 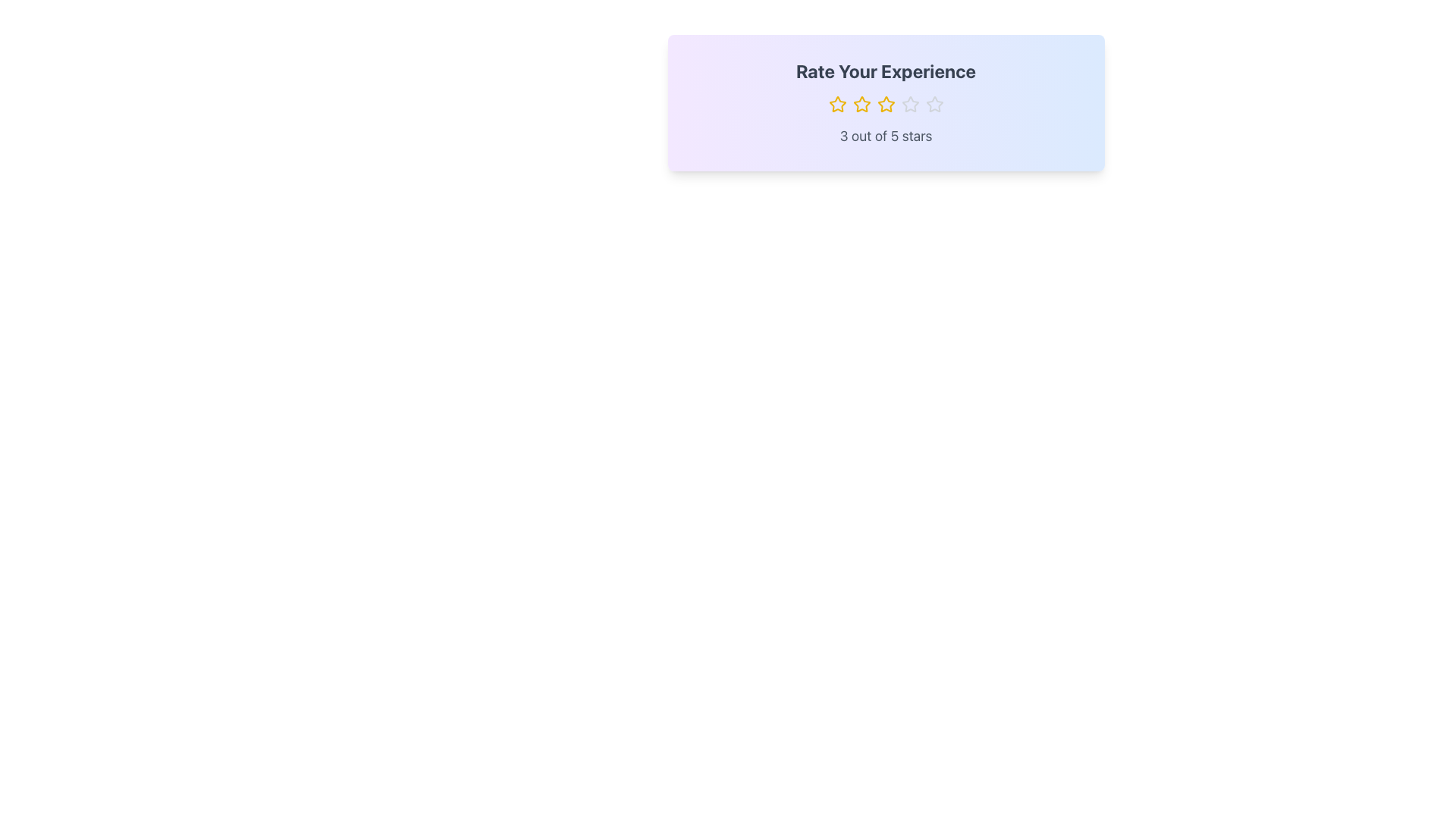 What do you see at coordinates (836, 103) in the screenshot?
I see `and release the first star icon in the five-star rating interface` at bounding box center [836, 103].